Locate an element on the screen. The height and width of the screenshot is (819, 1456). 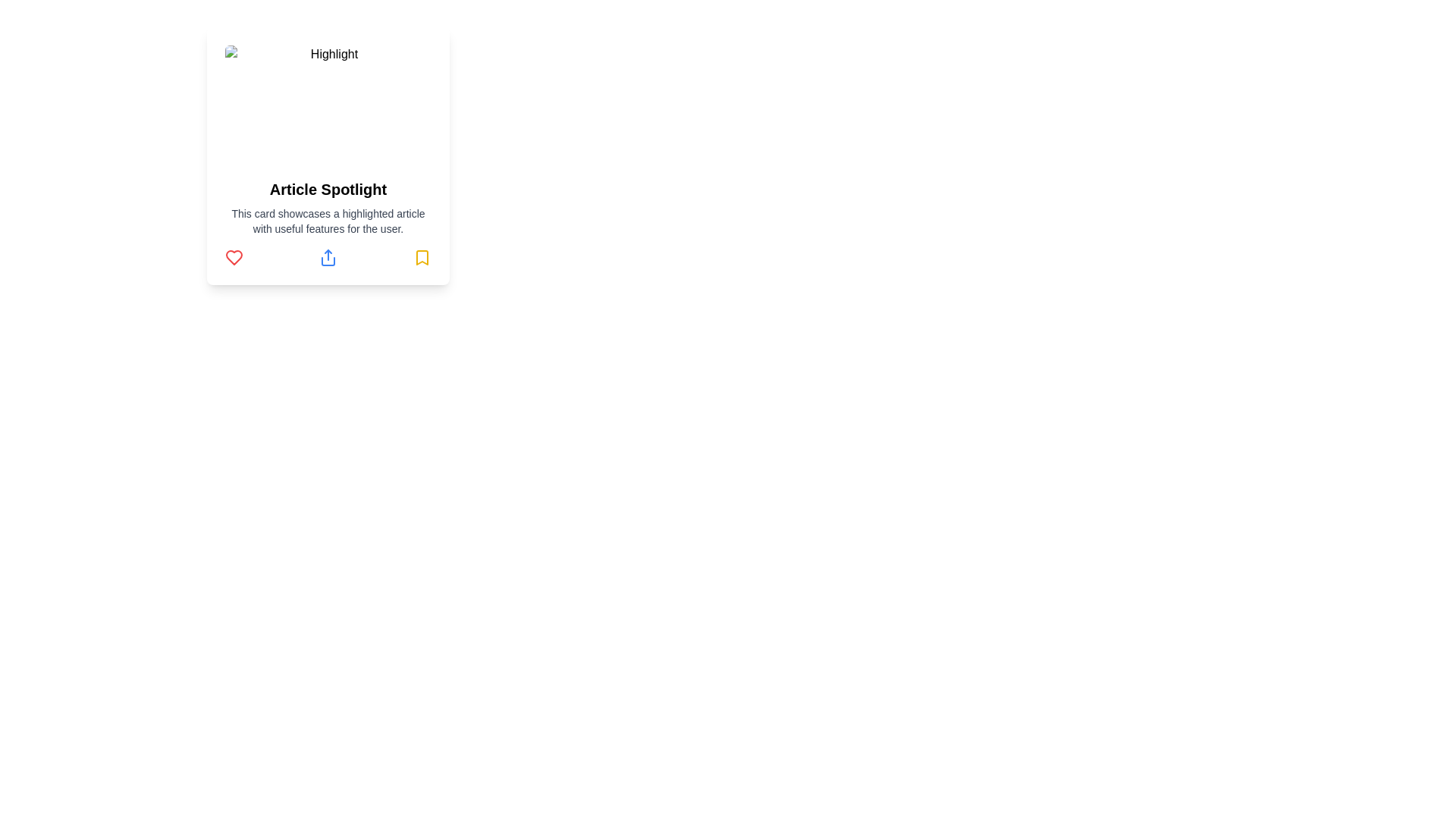
the yellow bookmark icon button, which is the rightmost icon in a horizontal row below the 'Article Spotlight' card is located at coordinates (422, 256).